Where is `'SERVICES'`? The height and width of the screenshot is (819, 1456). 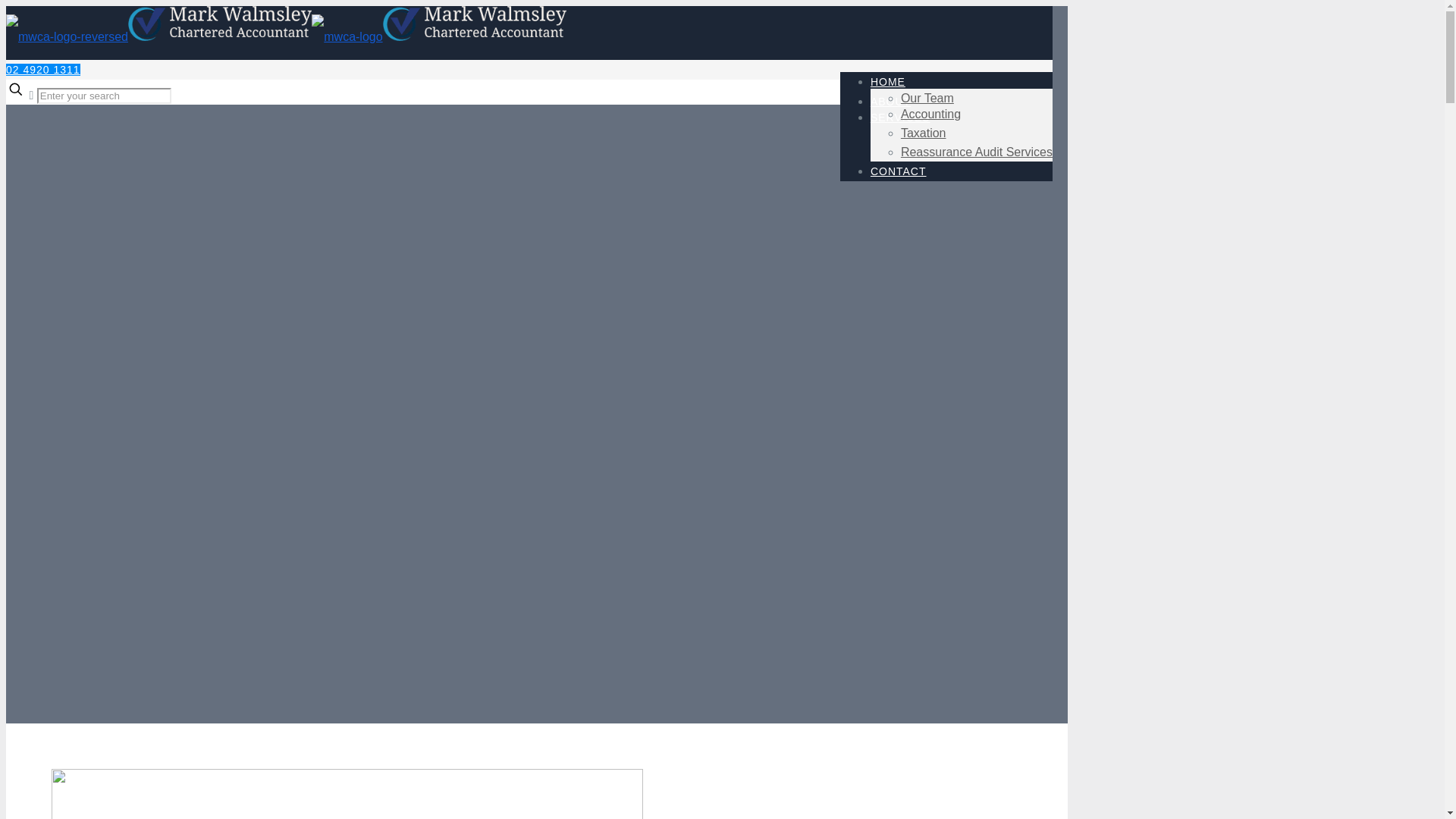 'SERVICES' is located at coordinates (900, 116).